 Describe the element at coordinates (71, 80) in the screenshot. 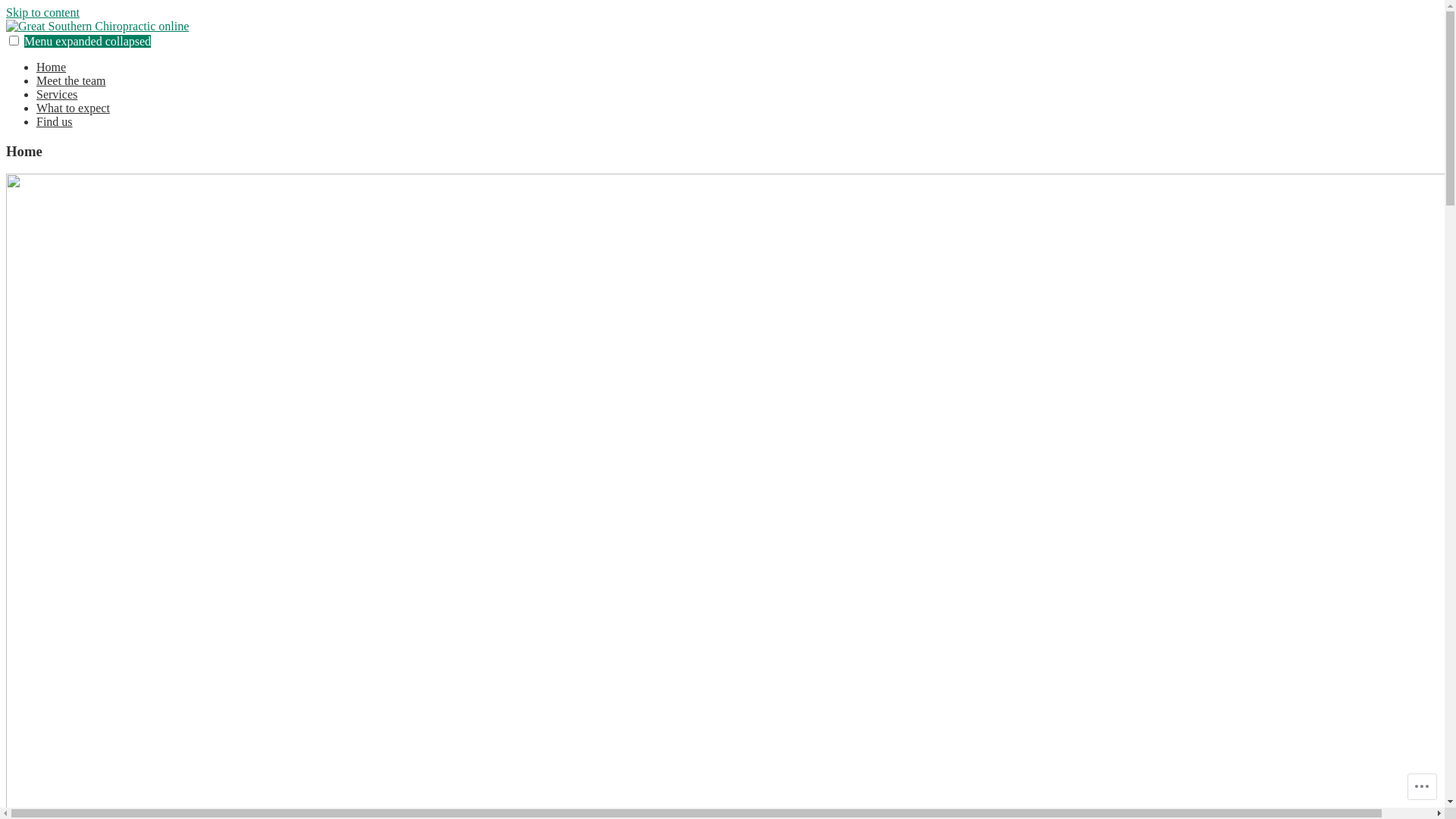

I see `'Meet the team'` at that location.